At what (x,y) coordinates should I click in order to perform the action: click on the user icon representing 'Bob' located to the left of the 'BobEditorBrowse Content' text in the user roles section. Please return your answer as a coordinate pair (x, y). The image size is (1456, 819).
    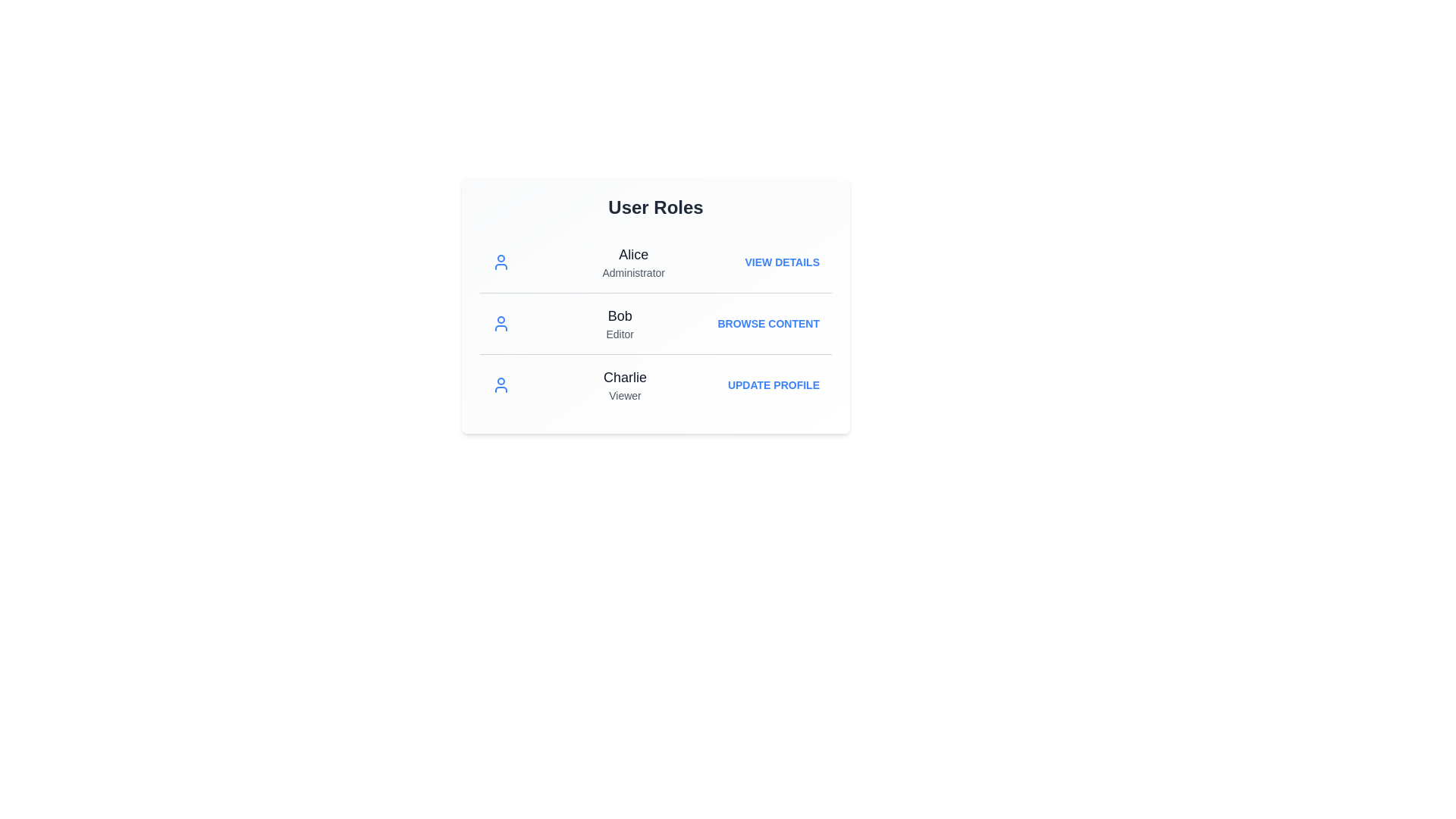
    Looking at the image, I should click on (501, 323).